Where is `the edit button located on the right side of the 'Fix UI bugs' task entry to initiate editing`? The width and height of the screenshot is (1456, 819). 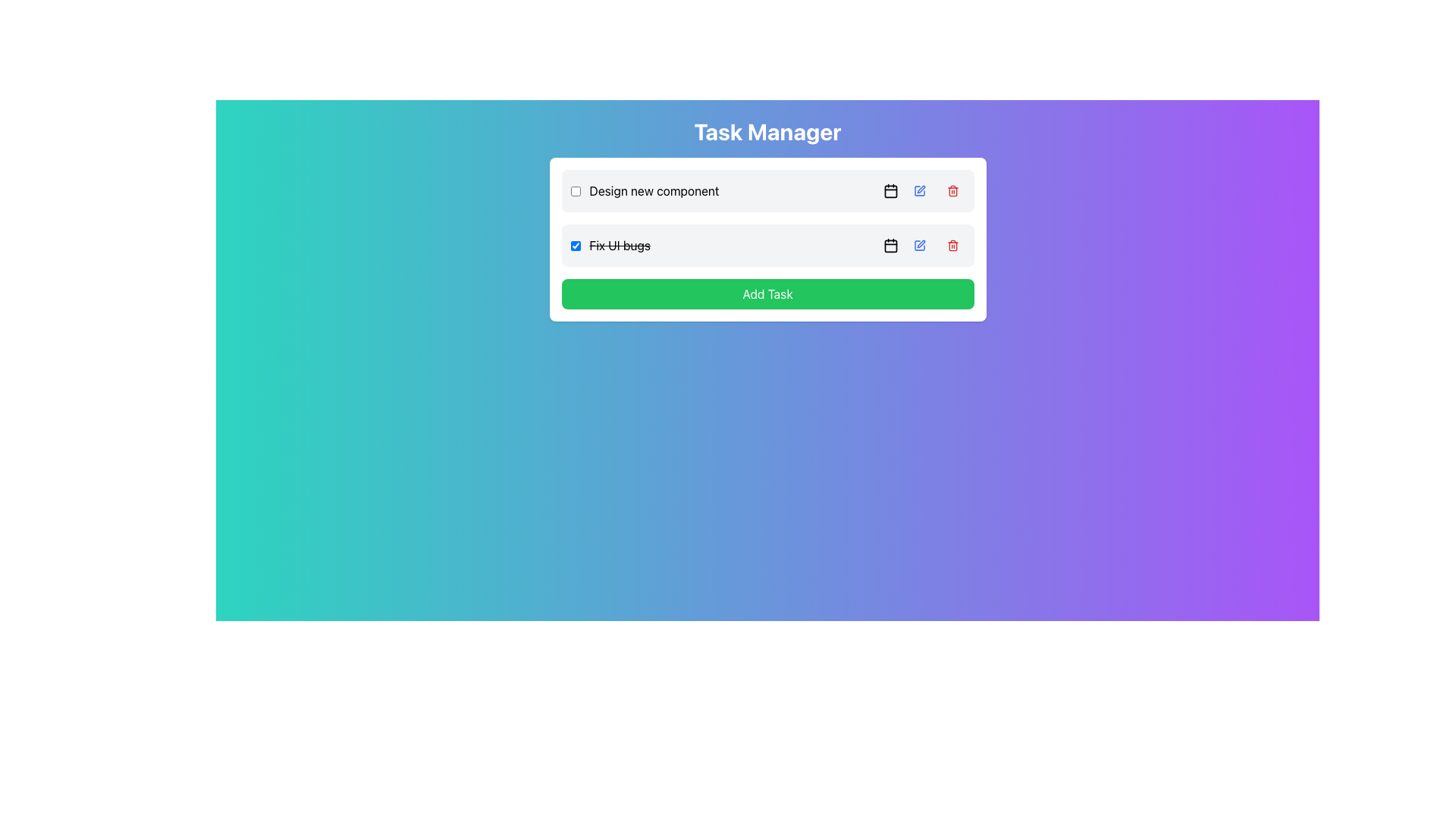
the edit button located on the right side of the 'Fix UI bugs' task entry to initiate editing is located at coordinates (918, 245).